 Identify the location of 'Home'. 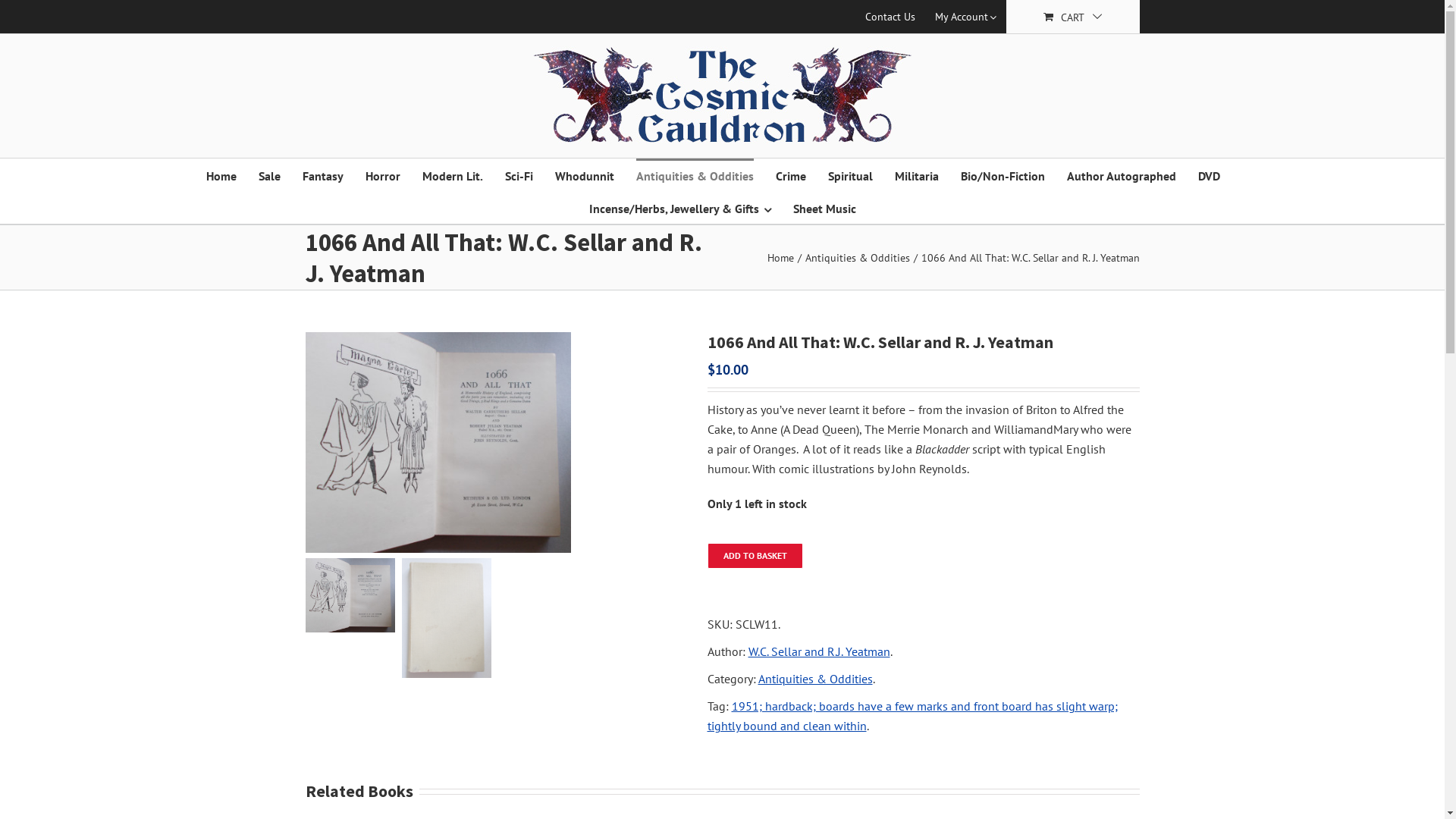
(221, 174).